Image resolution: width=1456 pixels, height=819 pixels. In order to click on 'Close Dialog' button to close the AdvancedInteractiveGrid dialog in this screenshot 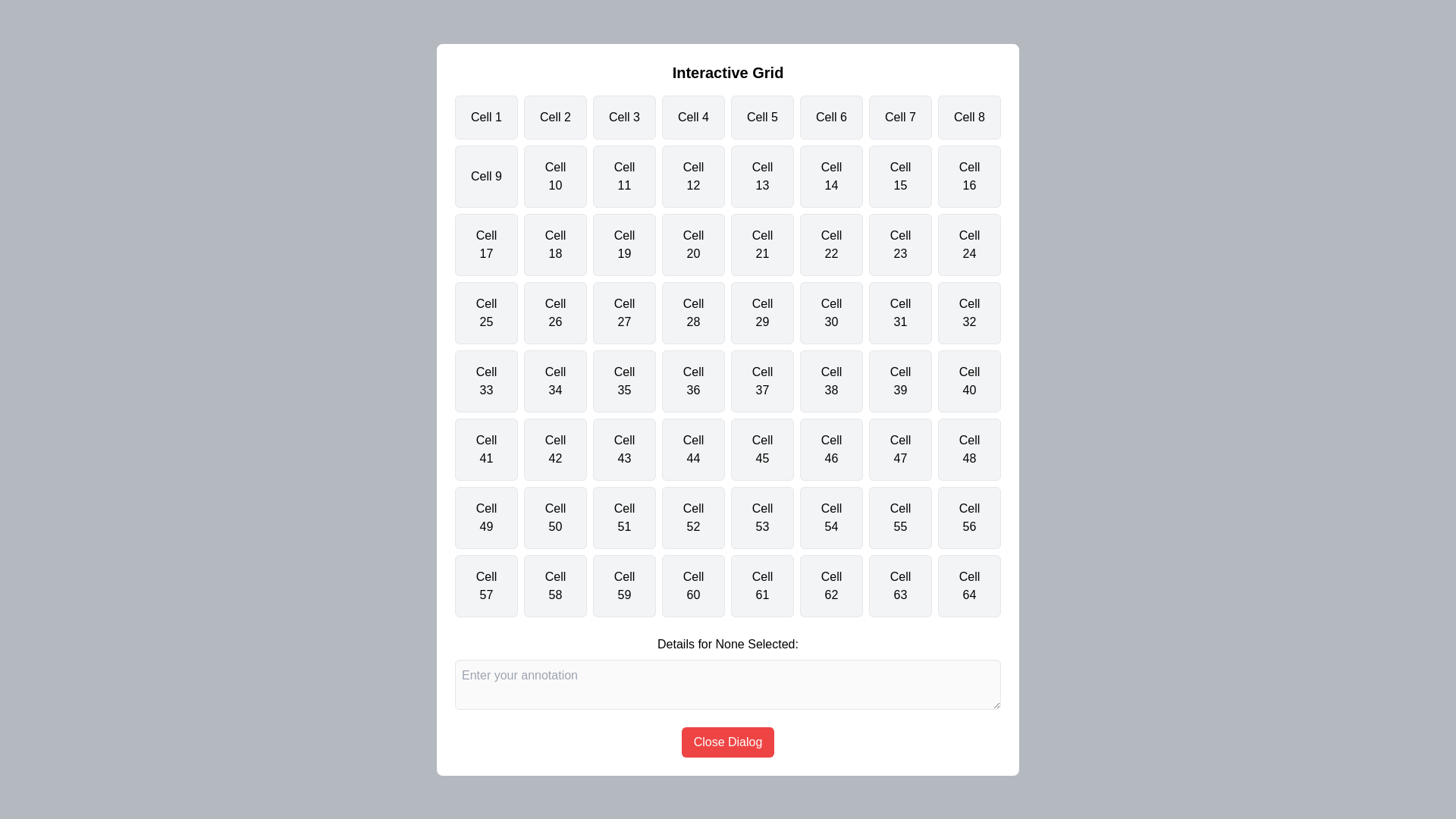, I will do `click(728, 741)`.